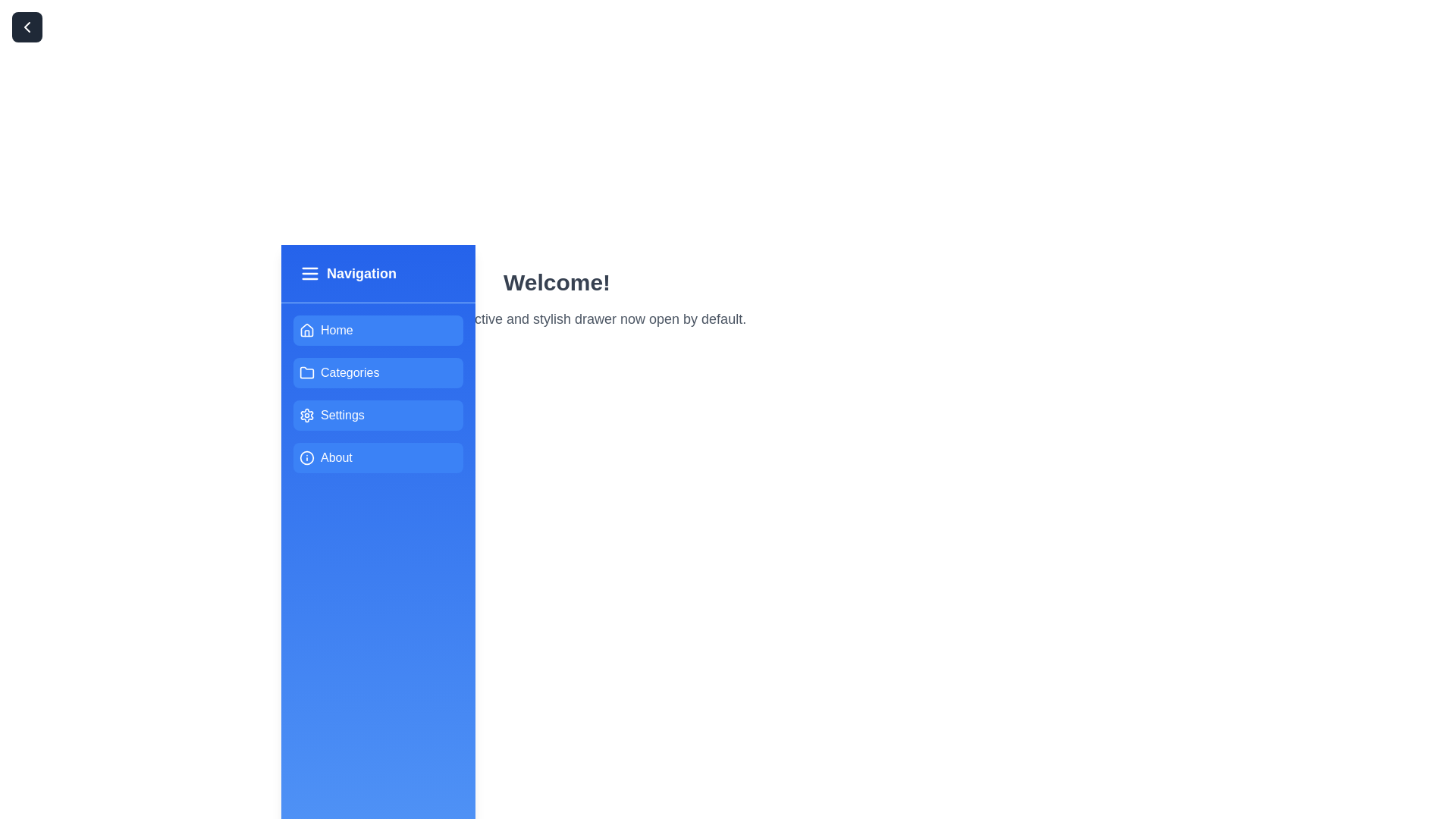 The image size is (1456, 819). Describe the element at coordinates (306, 415) in the screenshot. I see `the settings icon located in the sidebar, which is situated below the Home and Categories buttons and above the About button` at that location.